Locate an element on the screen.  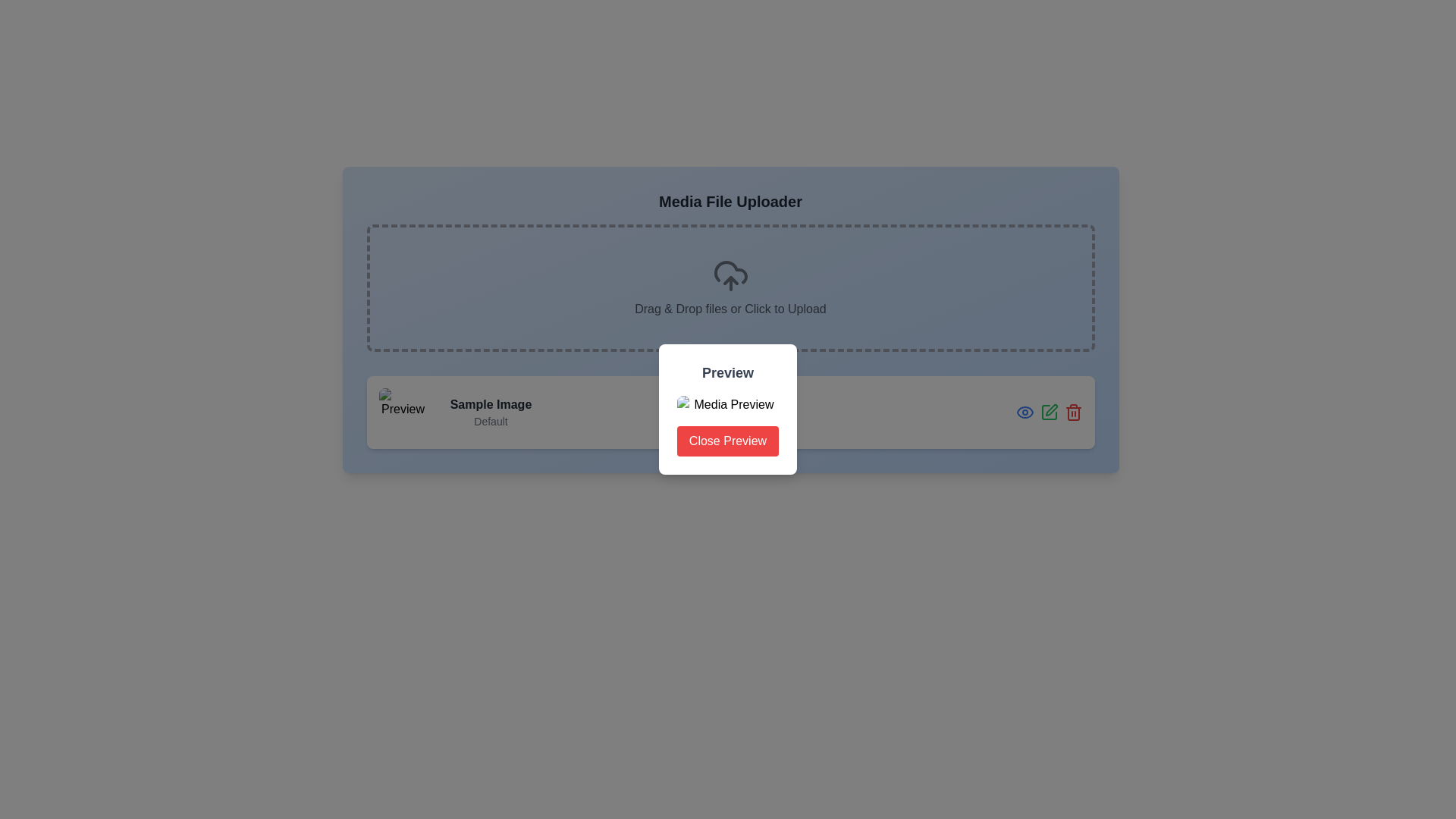
the upload icon is located at coordinates (730, 275).